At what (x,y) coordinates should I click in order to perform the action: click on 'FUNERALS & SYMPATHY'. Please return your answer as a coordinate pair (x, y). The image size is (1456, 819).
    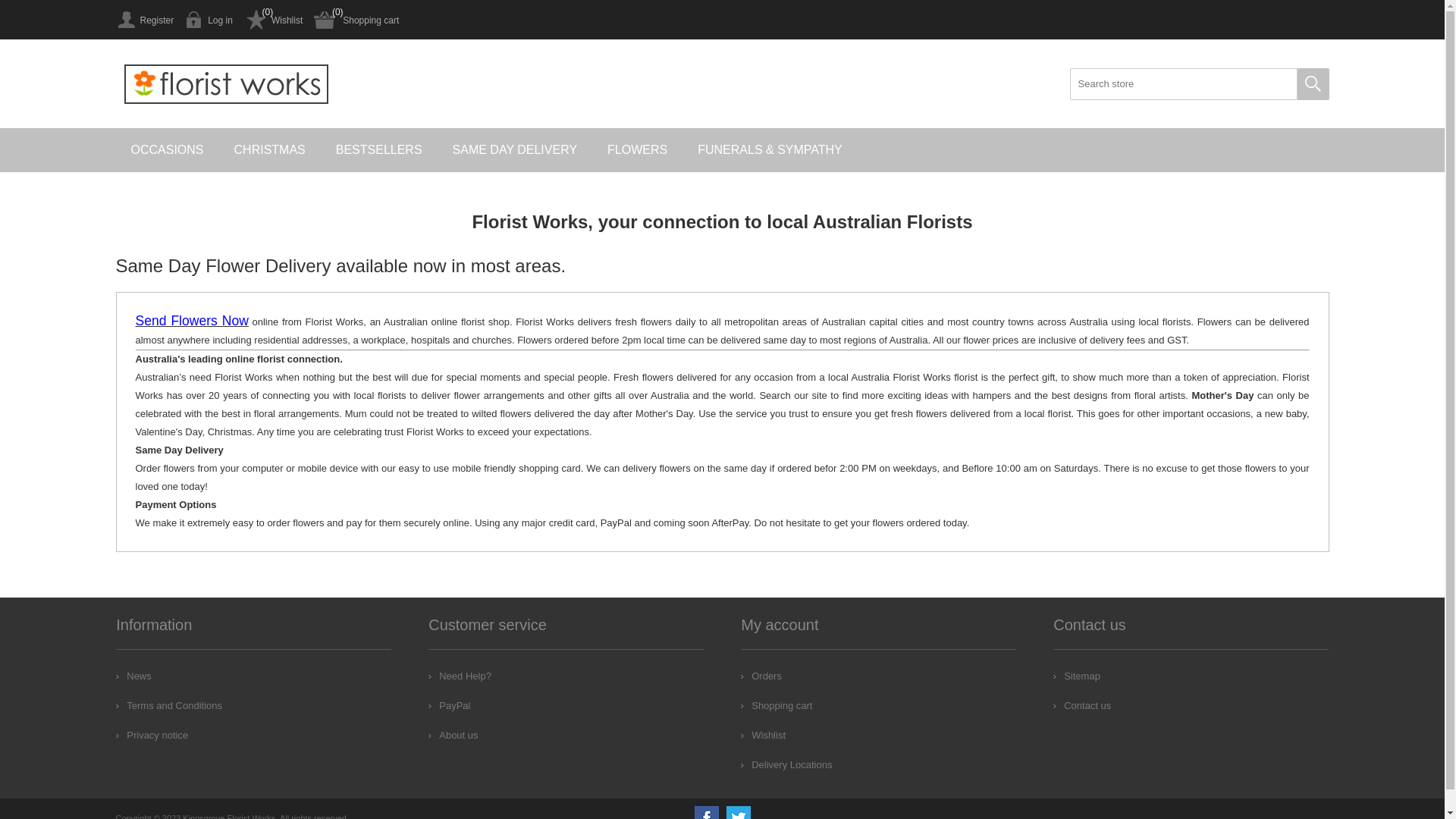
    Looking at the image, I should click on (682, 149).